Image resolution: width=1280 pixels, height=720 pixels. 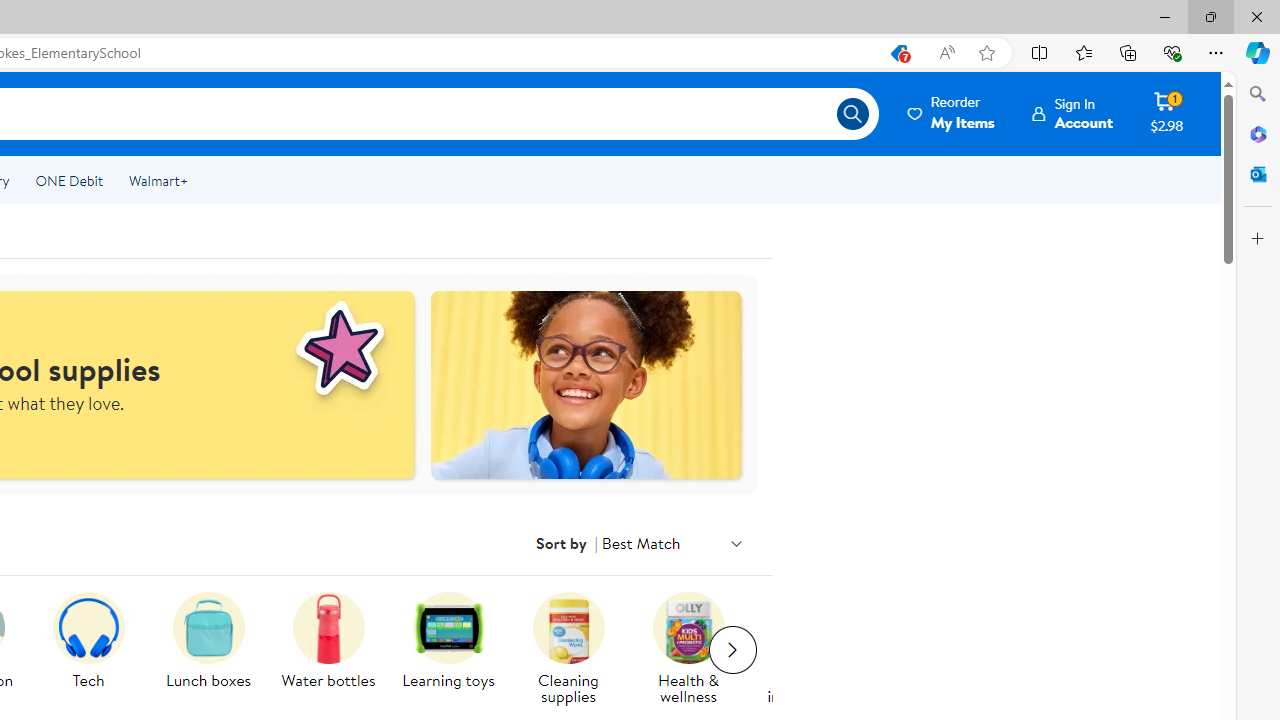 What do you see at coordinates (1166, 113) in the screenshot?
I see `'Cart contains 1 item Total Amount $2.98'` at bounding box center [1166, 113].